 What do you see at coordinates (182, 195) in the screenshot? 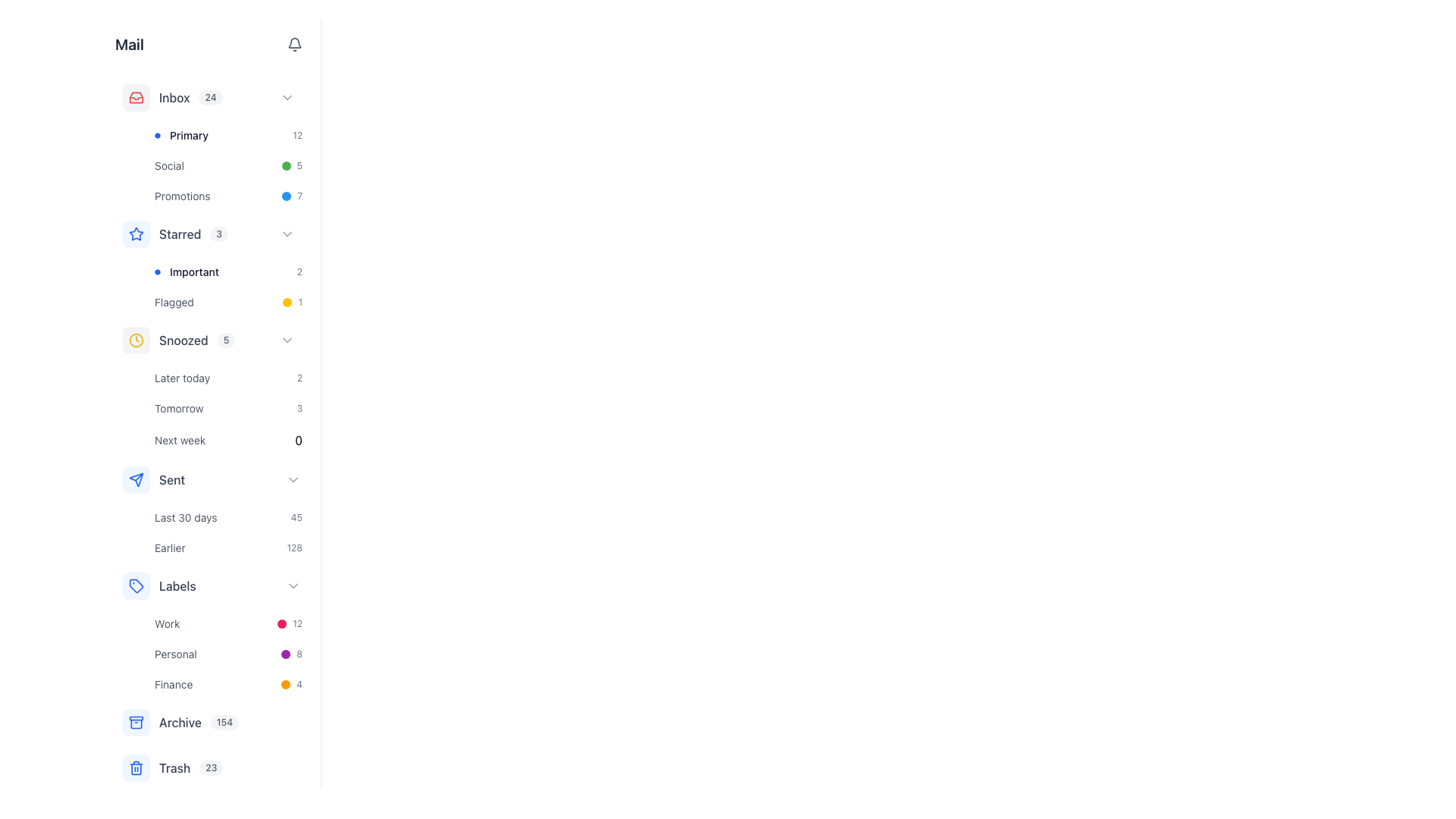
I see `the 'Promotions' text label located in the left vertical navigation bar, which is styled in a smaller gray font and positioned below 'Inbox' and above 'Starred'` at bounding box center [182, 195].